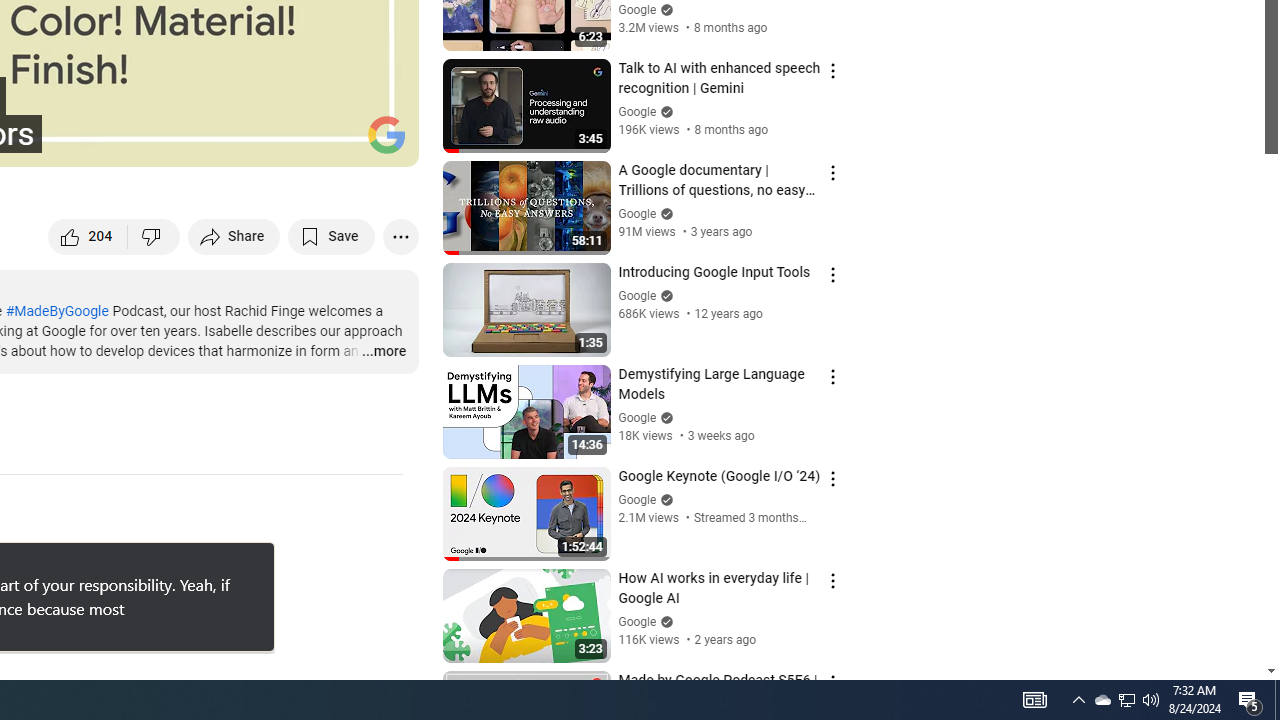  I want to click on '#MadeByGoogle', so click(56, 311).